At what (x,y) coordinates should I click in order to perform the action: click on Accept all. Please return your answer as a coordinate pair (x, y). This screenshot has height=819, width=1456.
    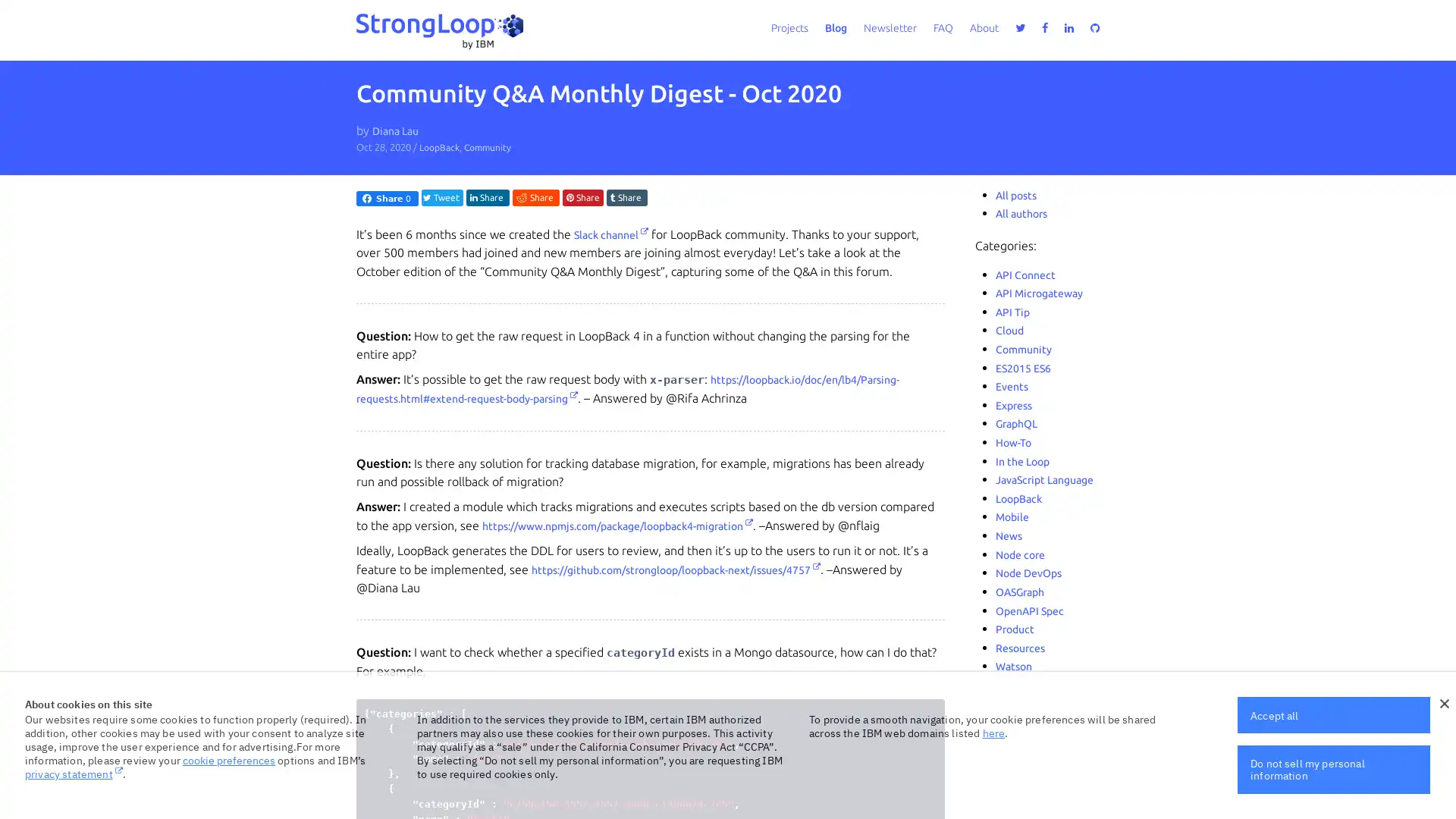
    Looking at the image, I should click on (1333, 714).